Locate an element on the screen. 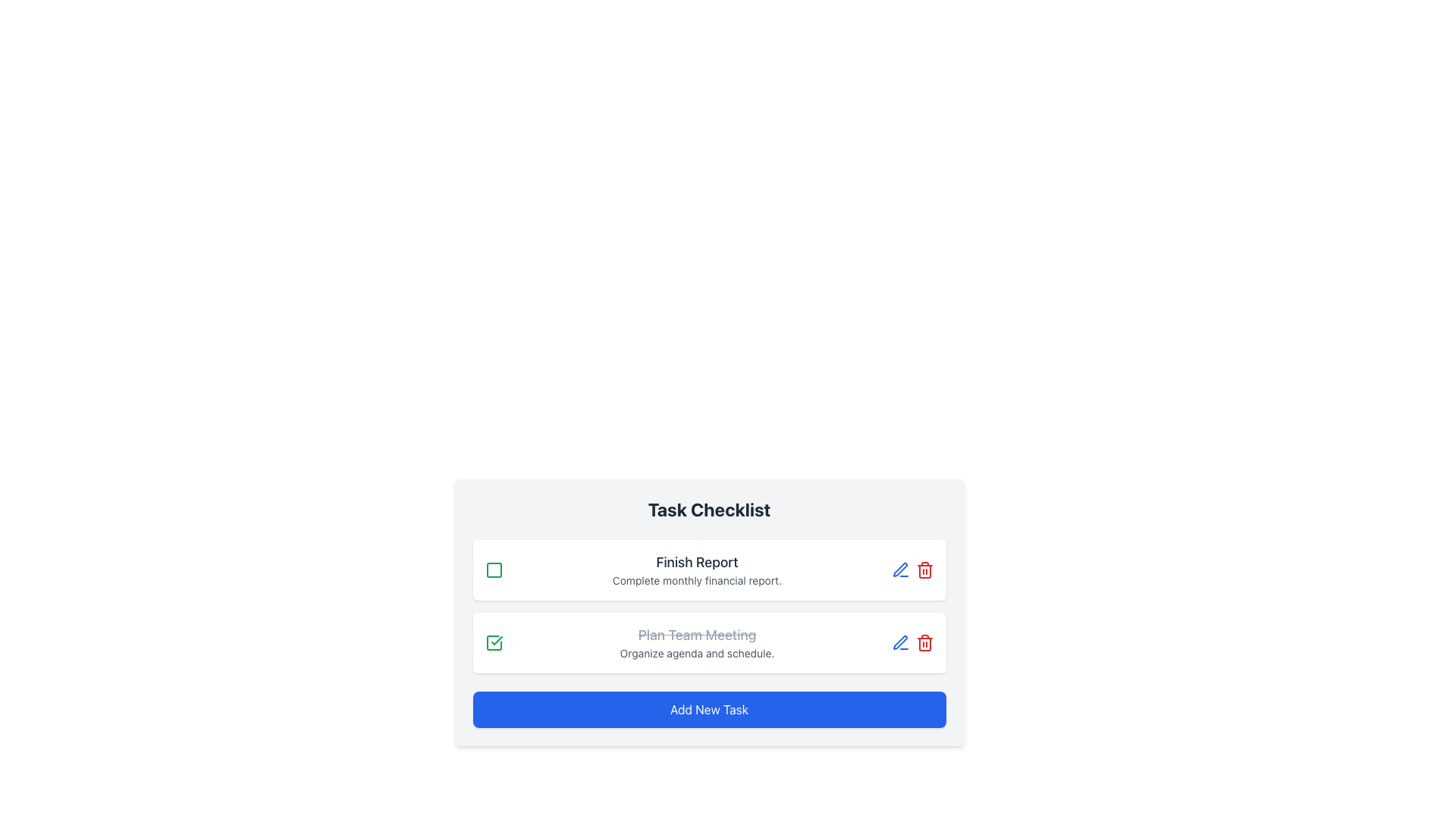 This screenshot has width=1456, height=819. text segment displaying 'Organize agenda and schedule.' located below the strikethrough text 'Plan Team Meeting' in the task list is located at coordinates (696, 652).